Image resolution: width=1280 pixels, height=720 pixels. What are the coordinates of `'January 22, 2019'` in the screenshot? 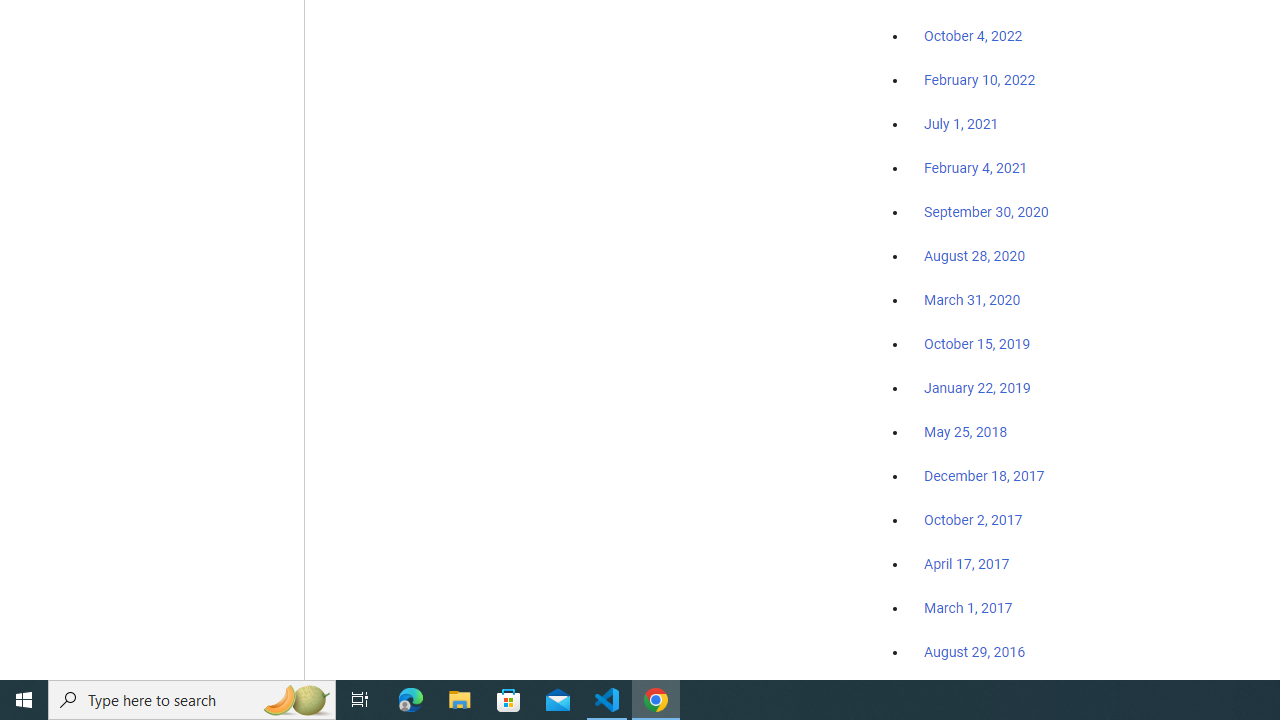 It's located at (977, 387).